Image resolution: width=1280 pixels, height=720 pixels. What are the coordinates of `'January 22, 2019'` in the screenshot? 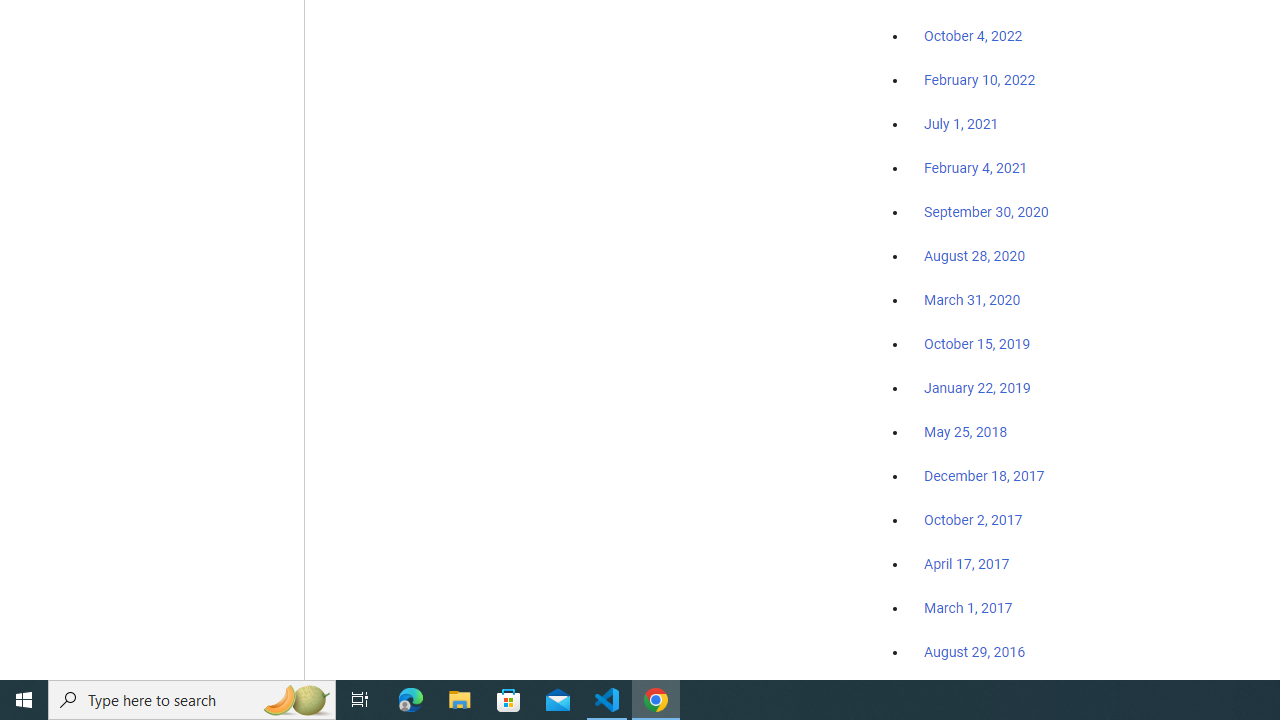 It's located at (977, 387).